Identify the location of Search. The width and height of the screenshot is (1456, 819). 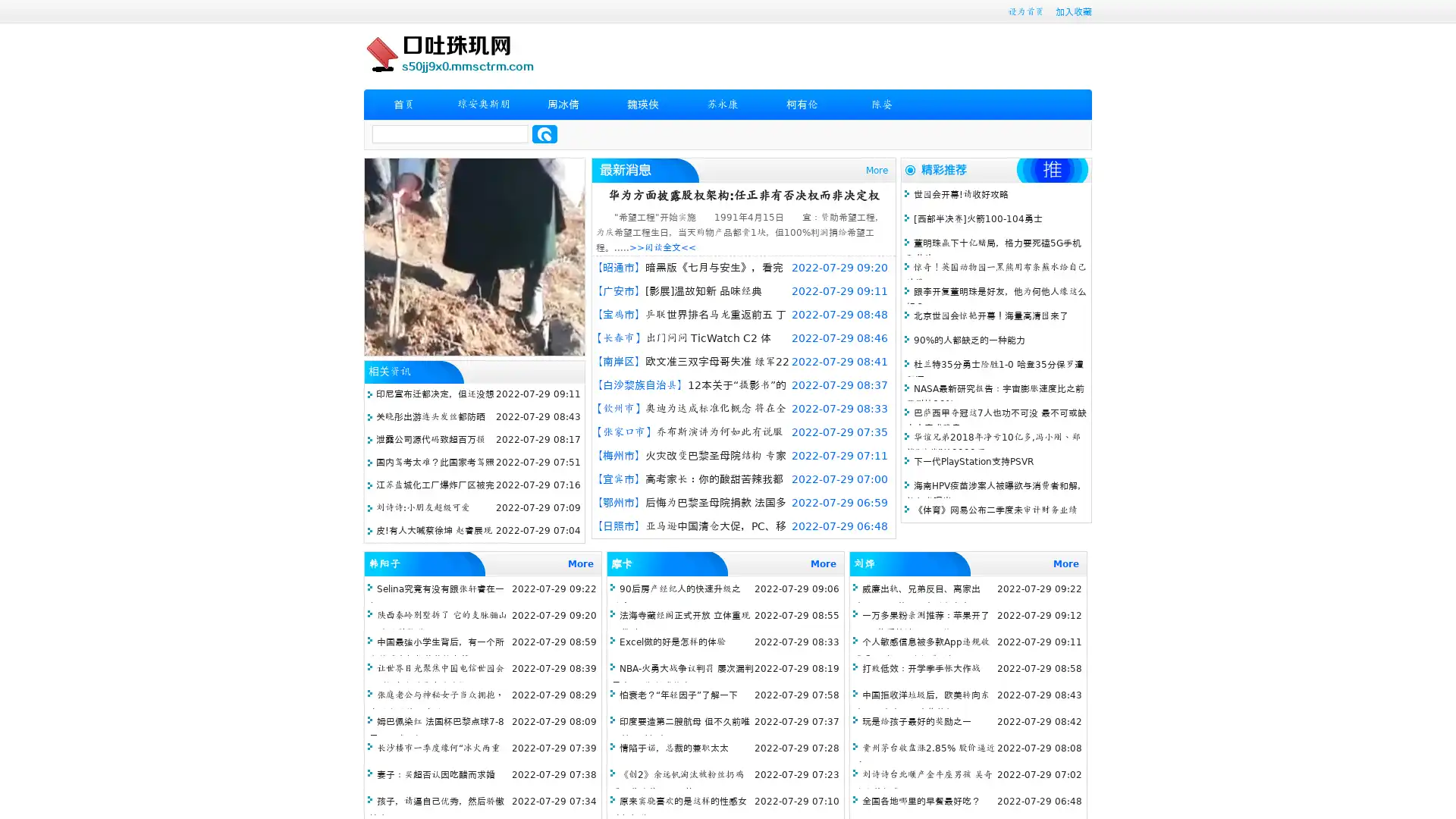
(544, 133).